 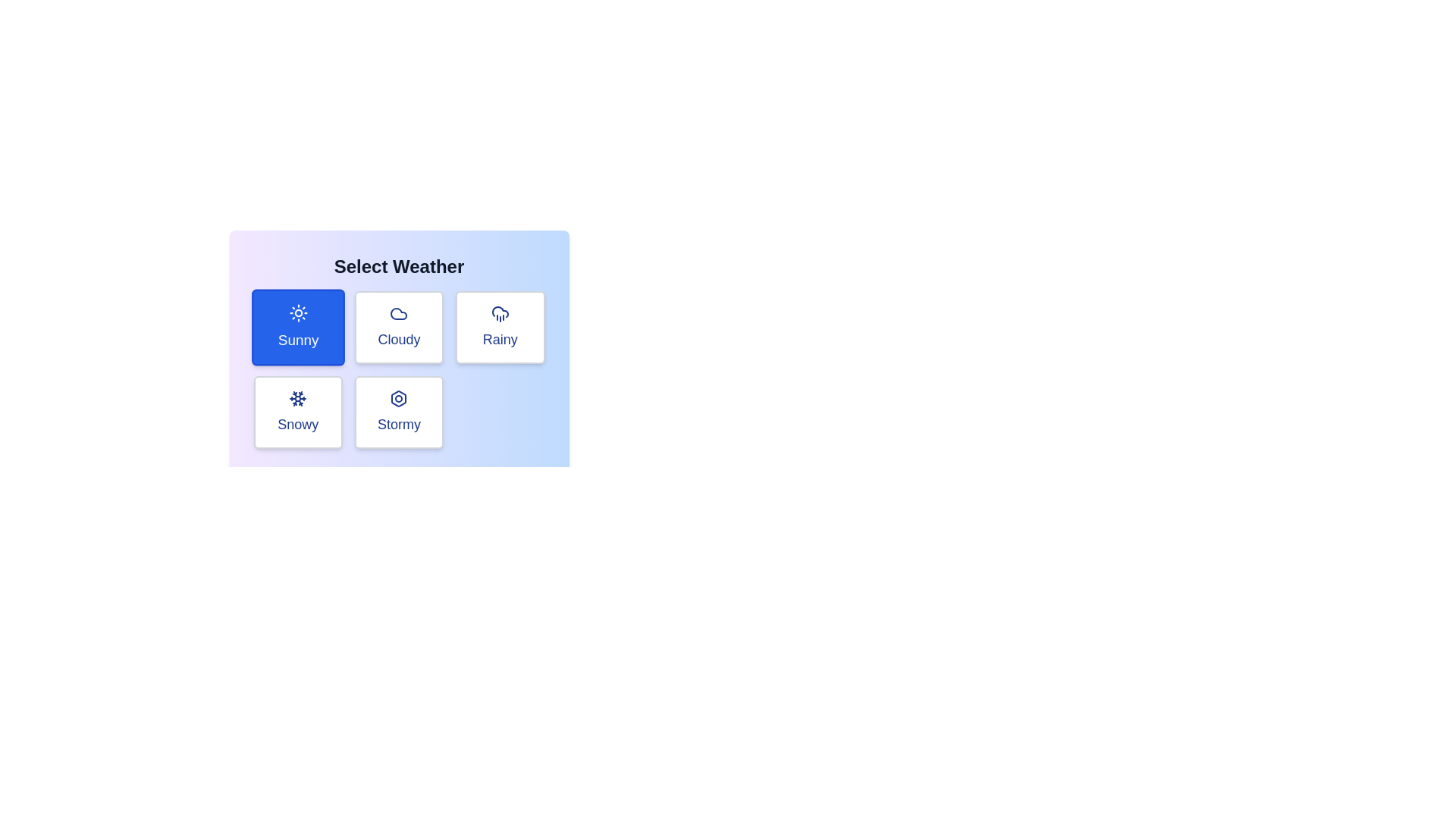 What do you see at coordinates (399, 397) in the screenshot?
I see `storm icon located at the center of the 'Stormy' weather type selection button, positioned at the bottom-right of the grid under the 'Select Weather' heading` at bounding box center [399, 397].